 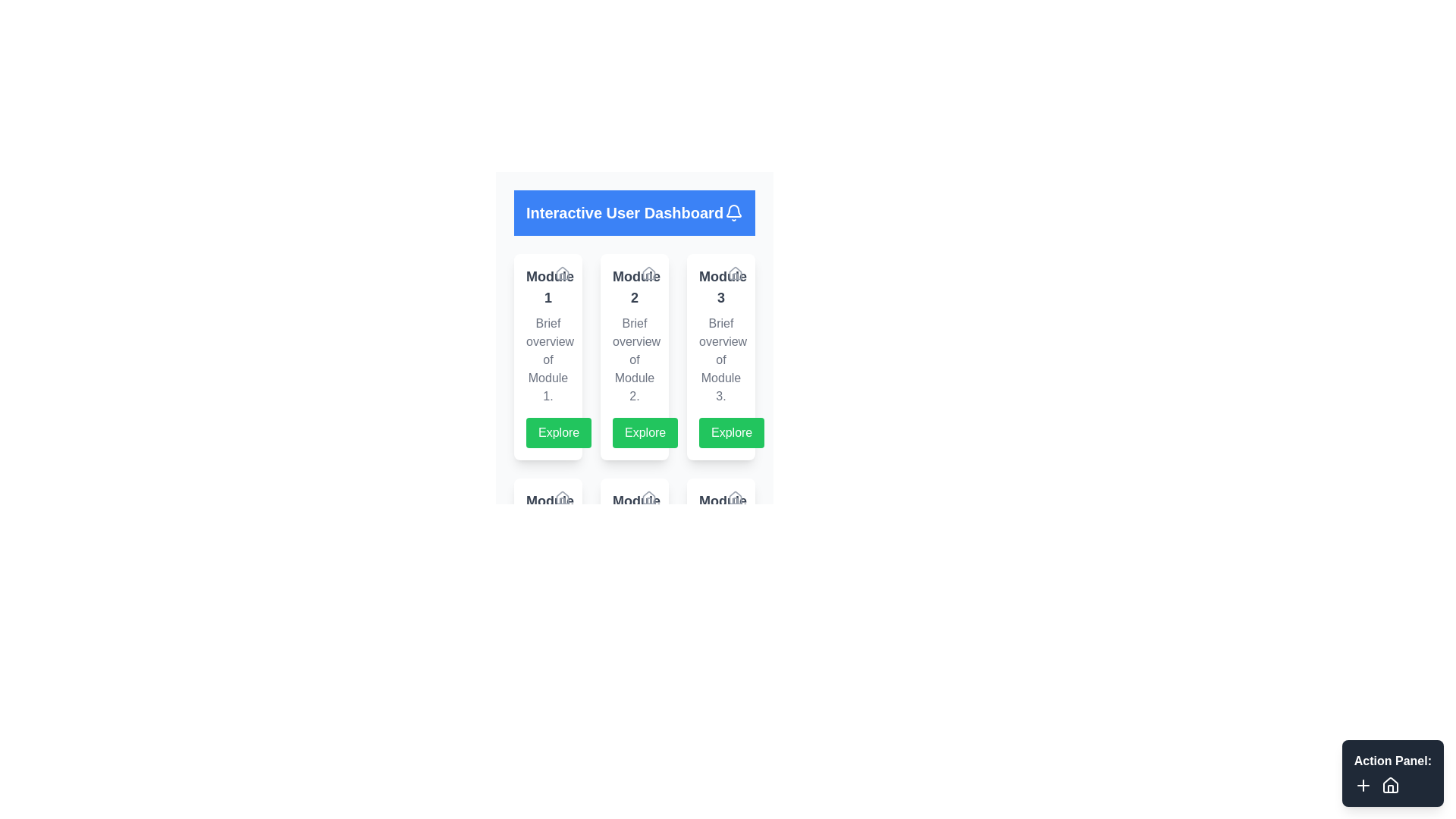 I want to click on the graphic icon representing a house, located at the top-right of the interface, so click(x=562, y=497).